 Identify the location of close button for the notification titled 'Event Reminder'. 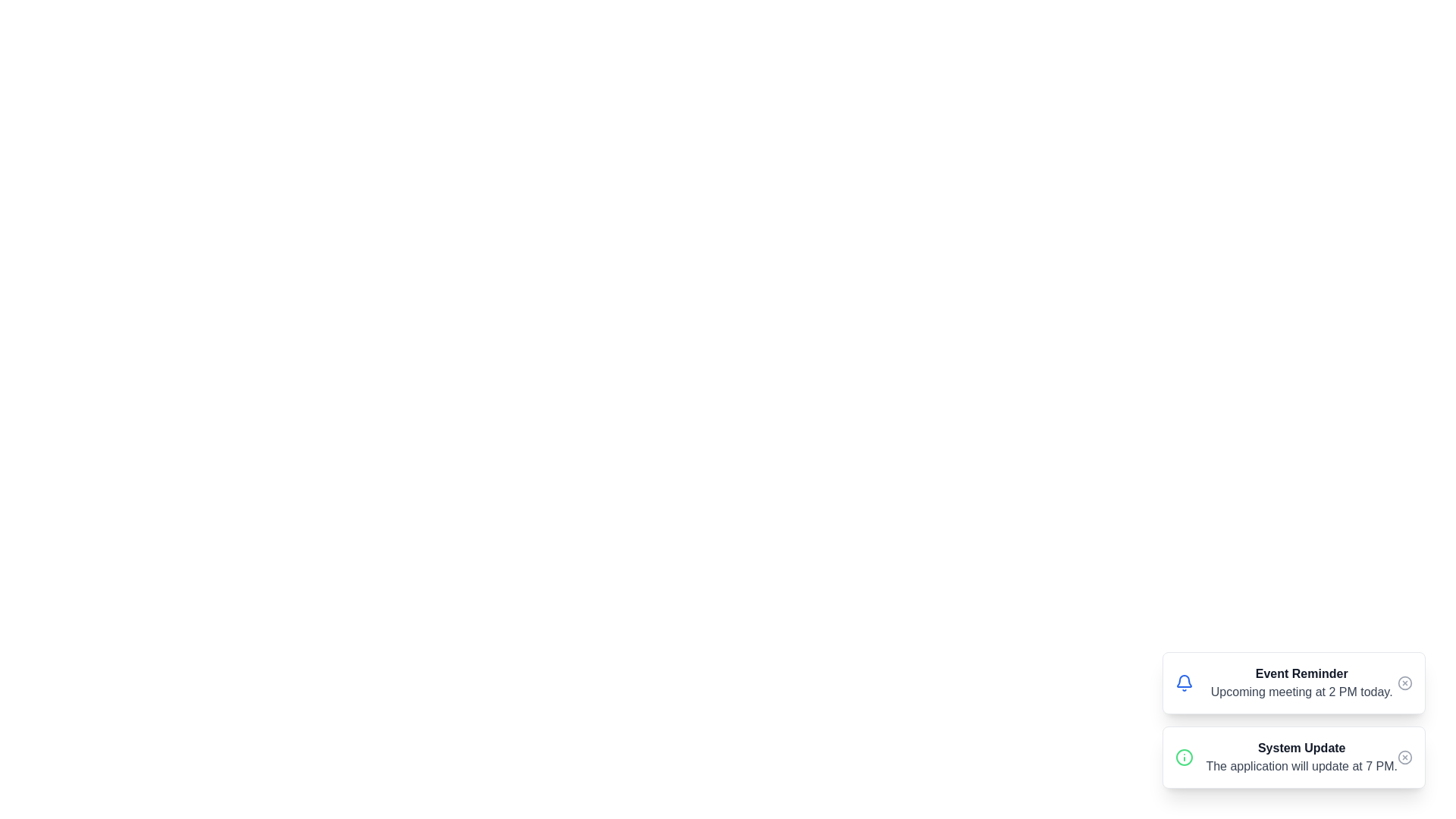
(1404, 683).